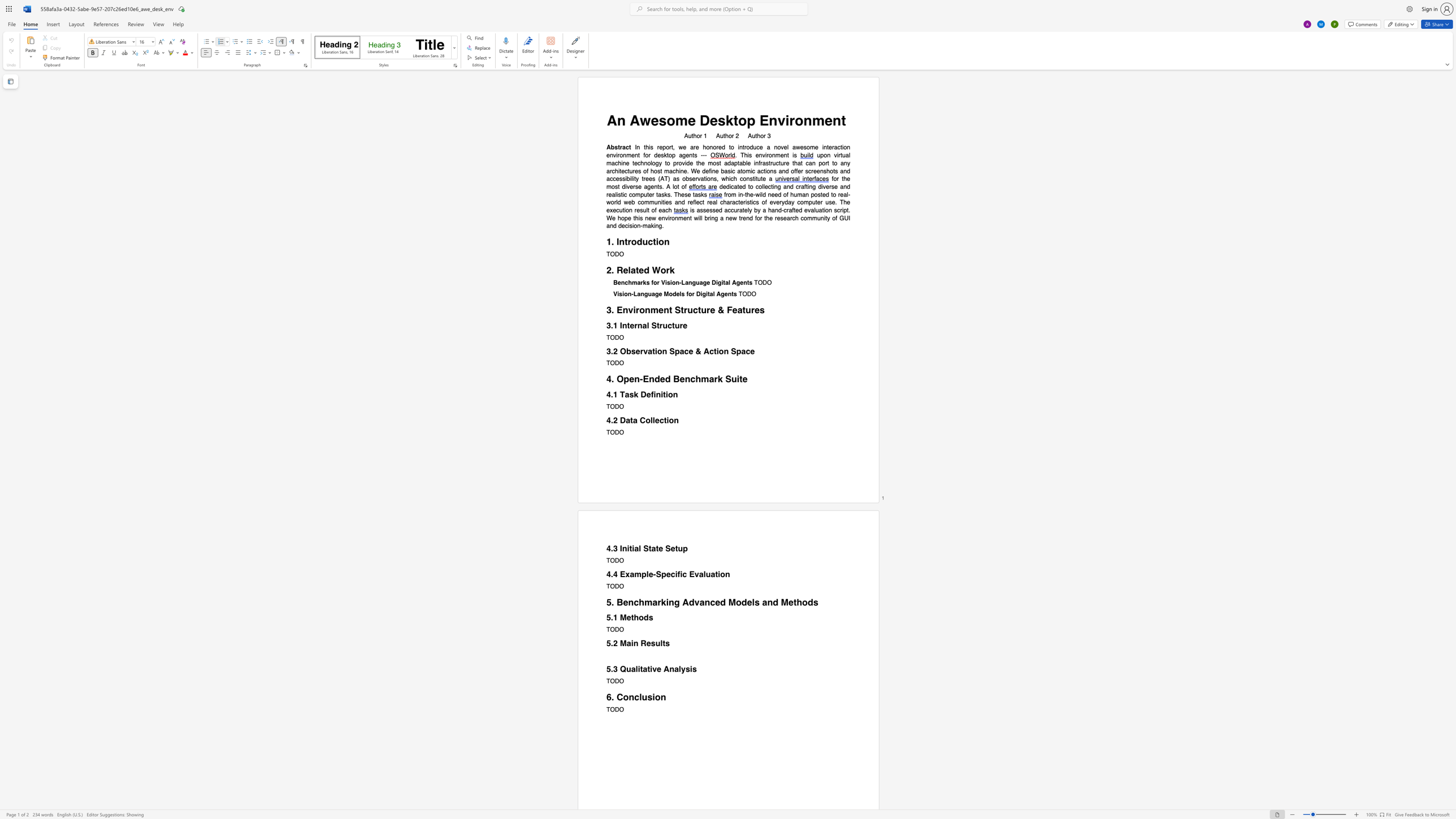  I want to click on the space between the continuous character "o" and "n" in the text, so click(672, 394).